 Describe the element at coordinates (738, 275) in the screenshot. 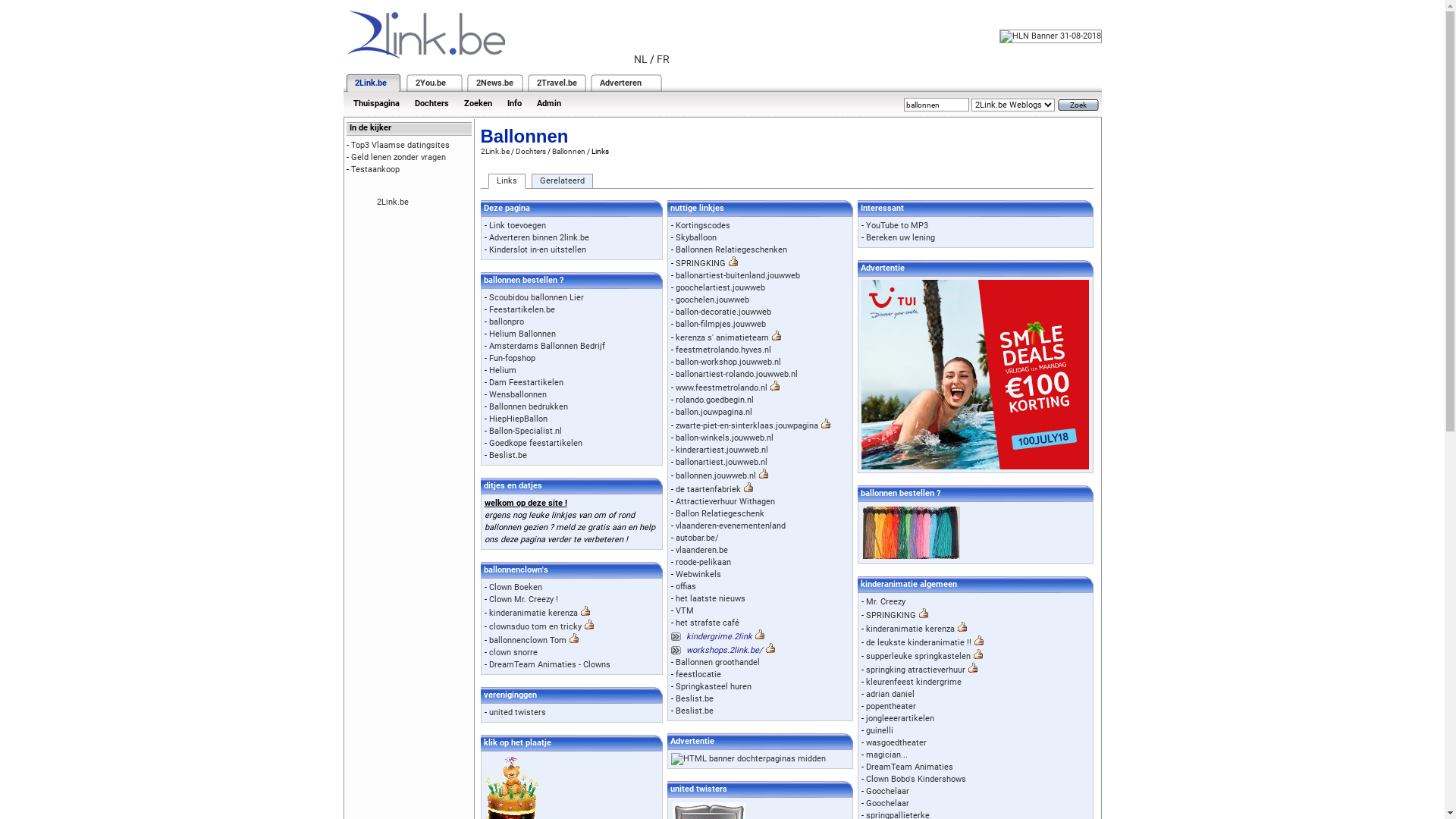

I see `'ballonartiest-buitenland.jouwweb'` at that location.